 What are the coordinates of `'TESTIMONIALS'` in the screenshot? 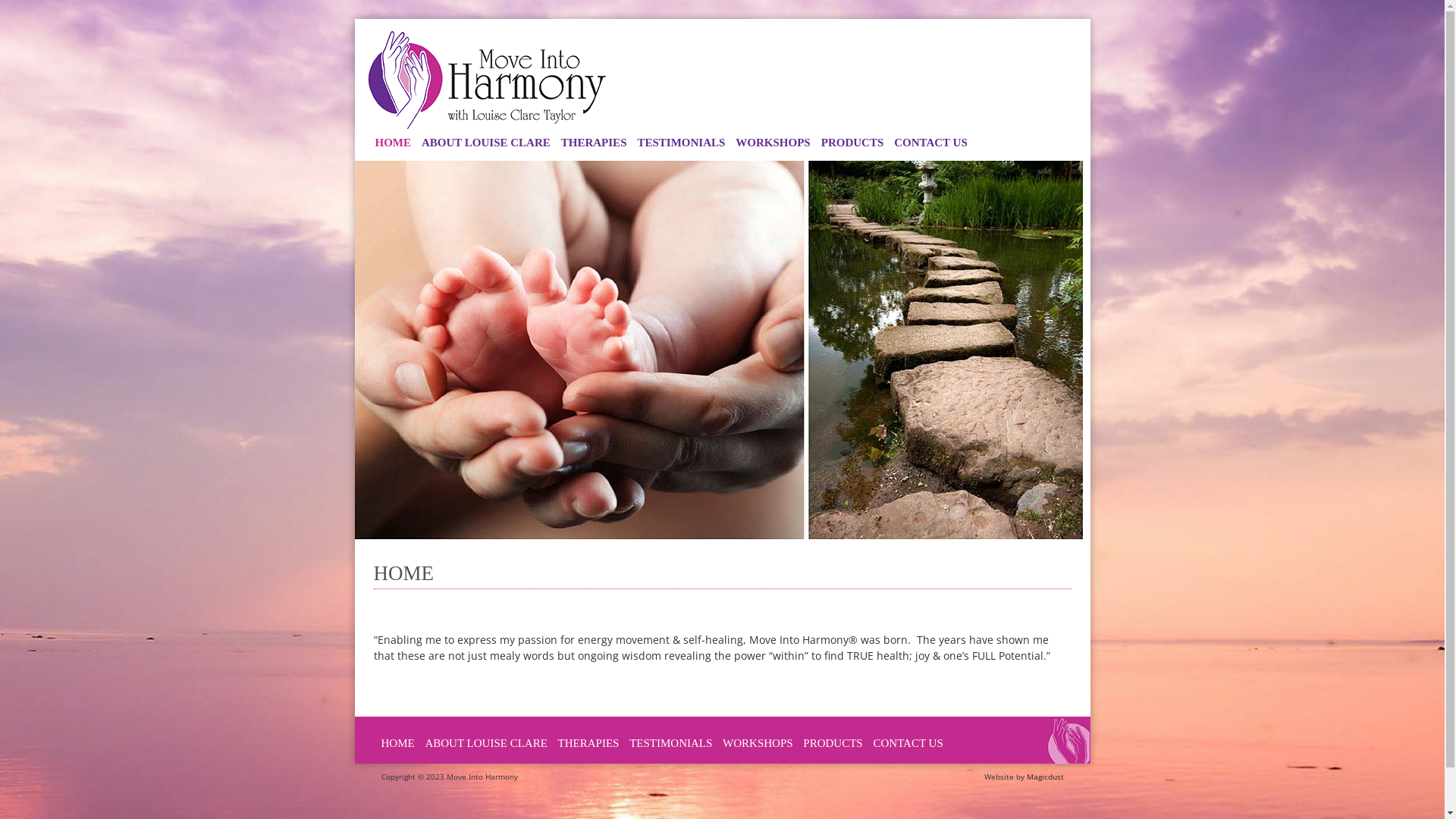 It's located at (679, 143).